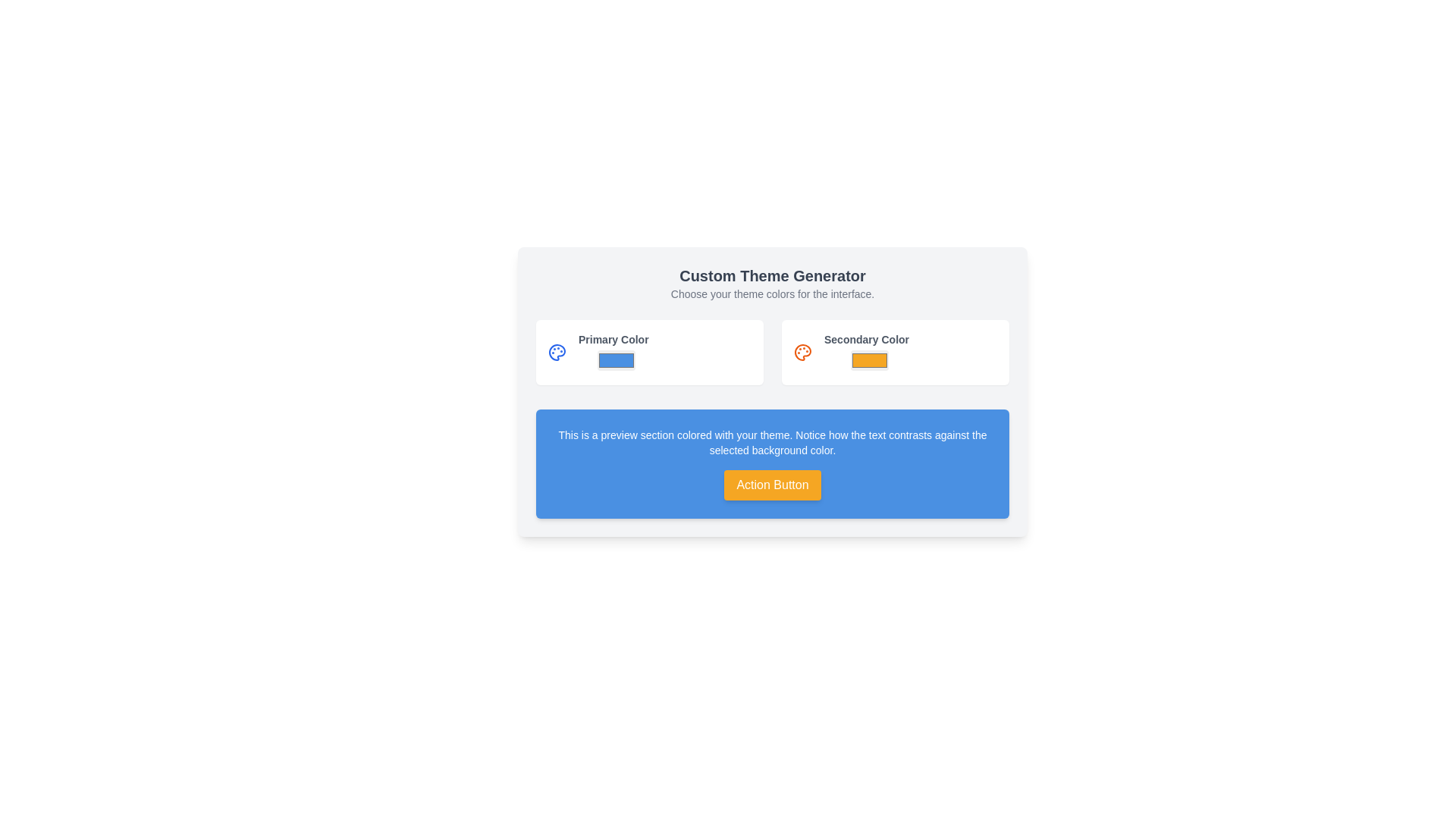 The width and height of the screenshot is (1456, 819). I want to click on the Static text heading that serves as the section's title, located centrally at the upper part of the interface, so click(772, 275).